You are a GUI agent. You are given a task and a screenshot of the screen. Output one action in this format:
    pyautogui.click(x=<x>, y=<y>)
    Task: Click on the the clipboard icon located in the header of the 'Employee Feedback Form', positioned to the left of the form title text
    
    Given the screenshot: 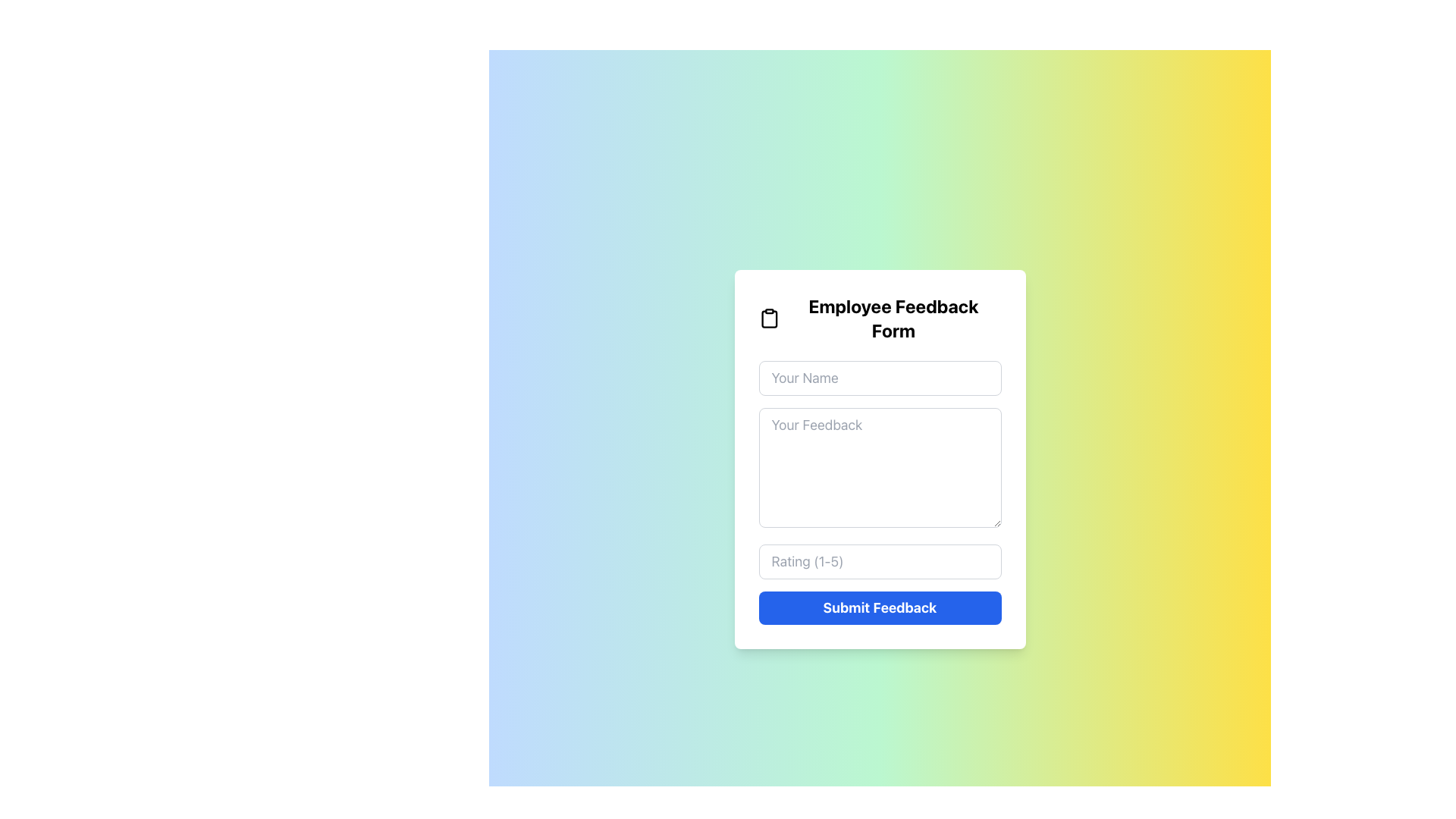 What is the action you would take?
    pyautogui.click(x=769, y=318)
    